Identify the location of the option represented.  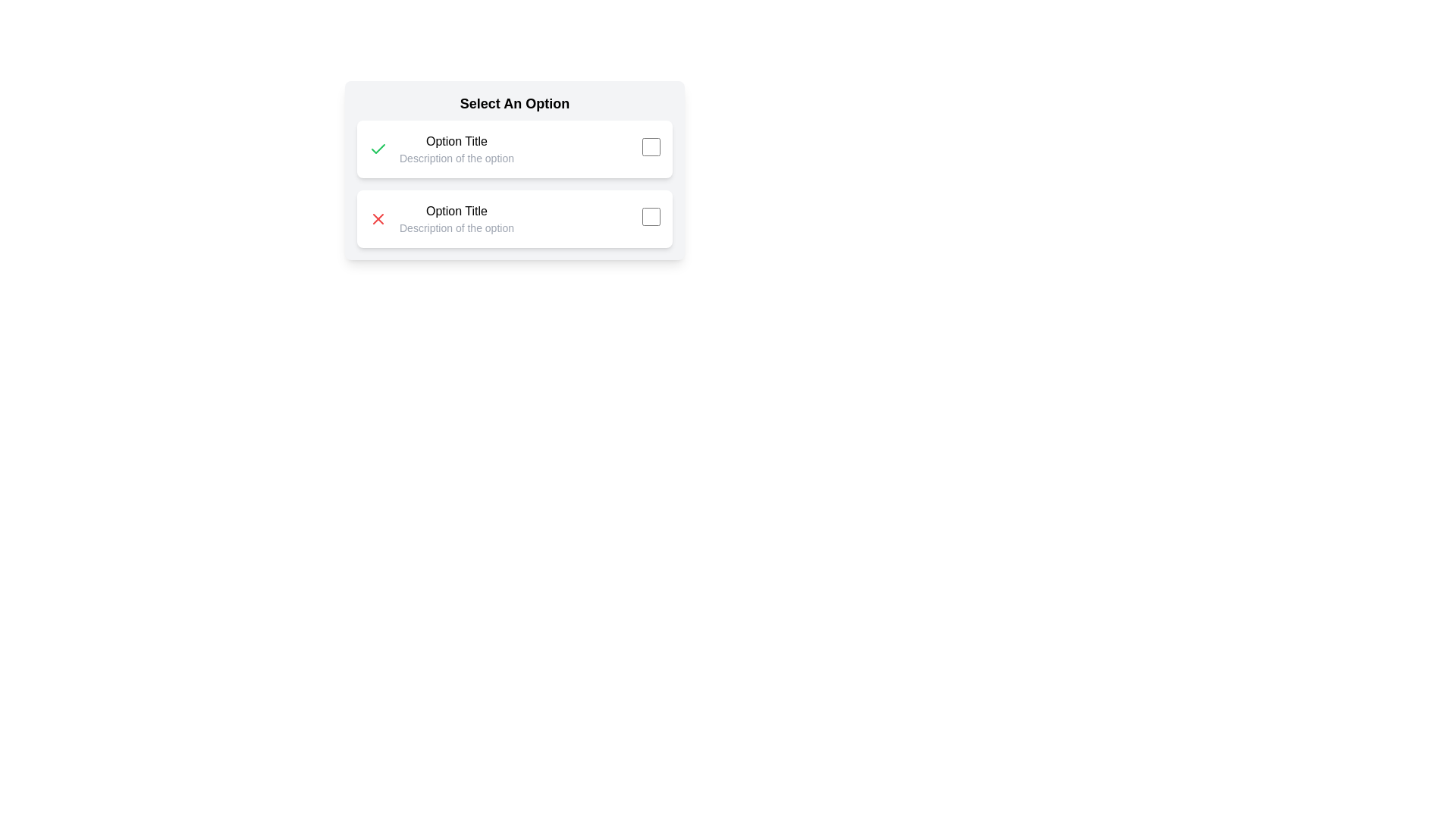
(456, 149).